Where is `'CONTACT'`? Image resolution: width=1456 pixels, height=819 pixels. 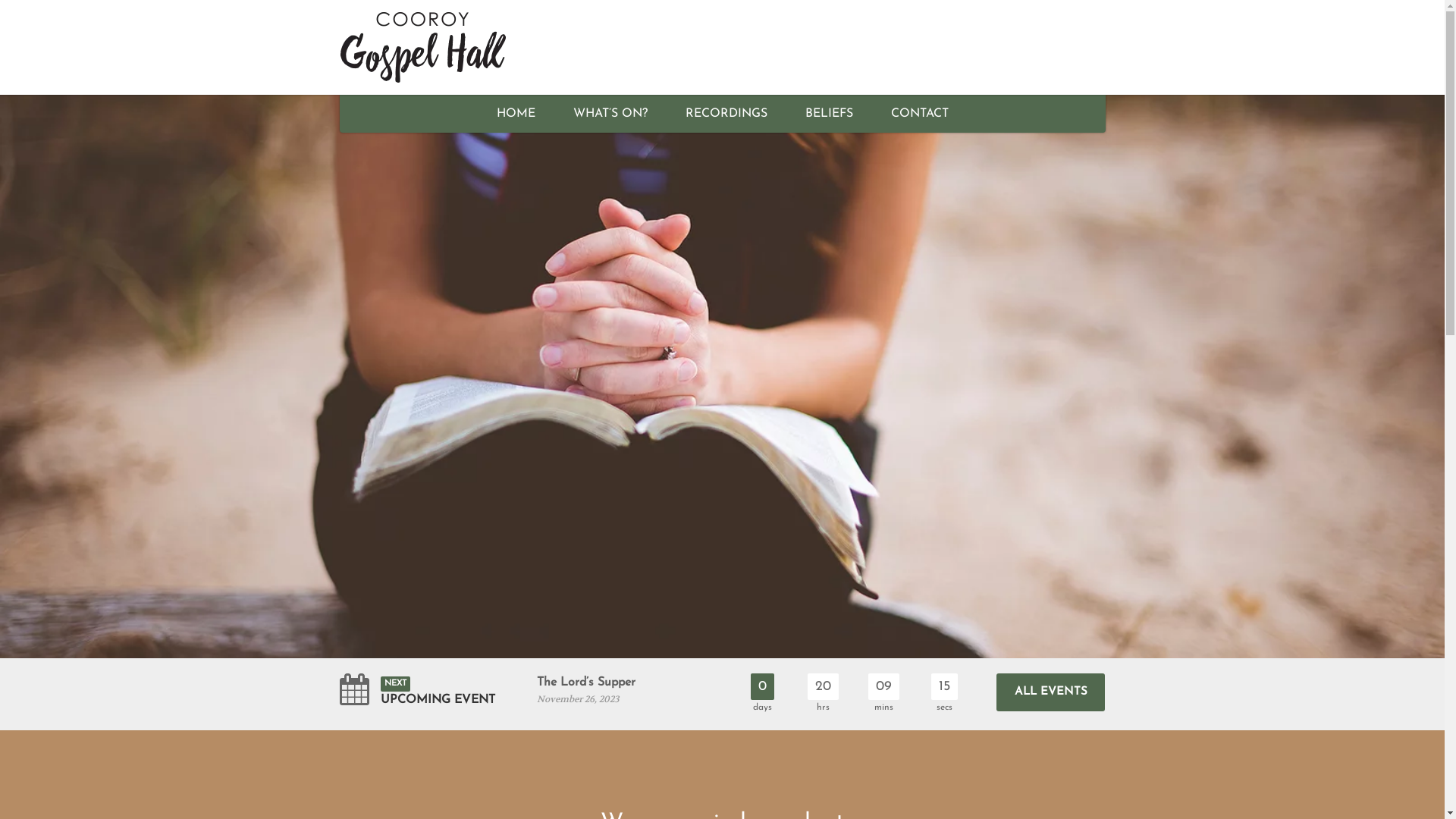 'CONTACT' is located at coordinates (919, 113).